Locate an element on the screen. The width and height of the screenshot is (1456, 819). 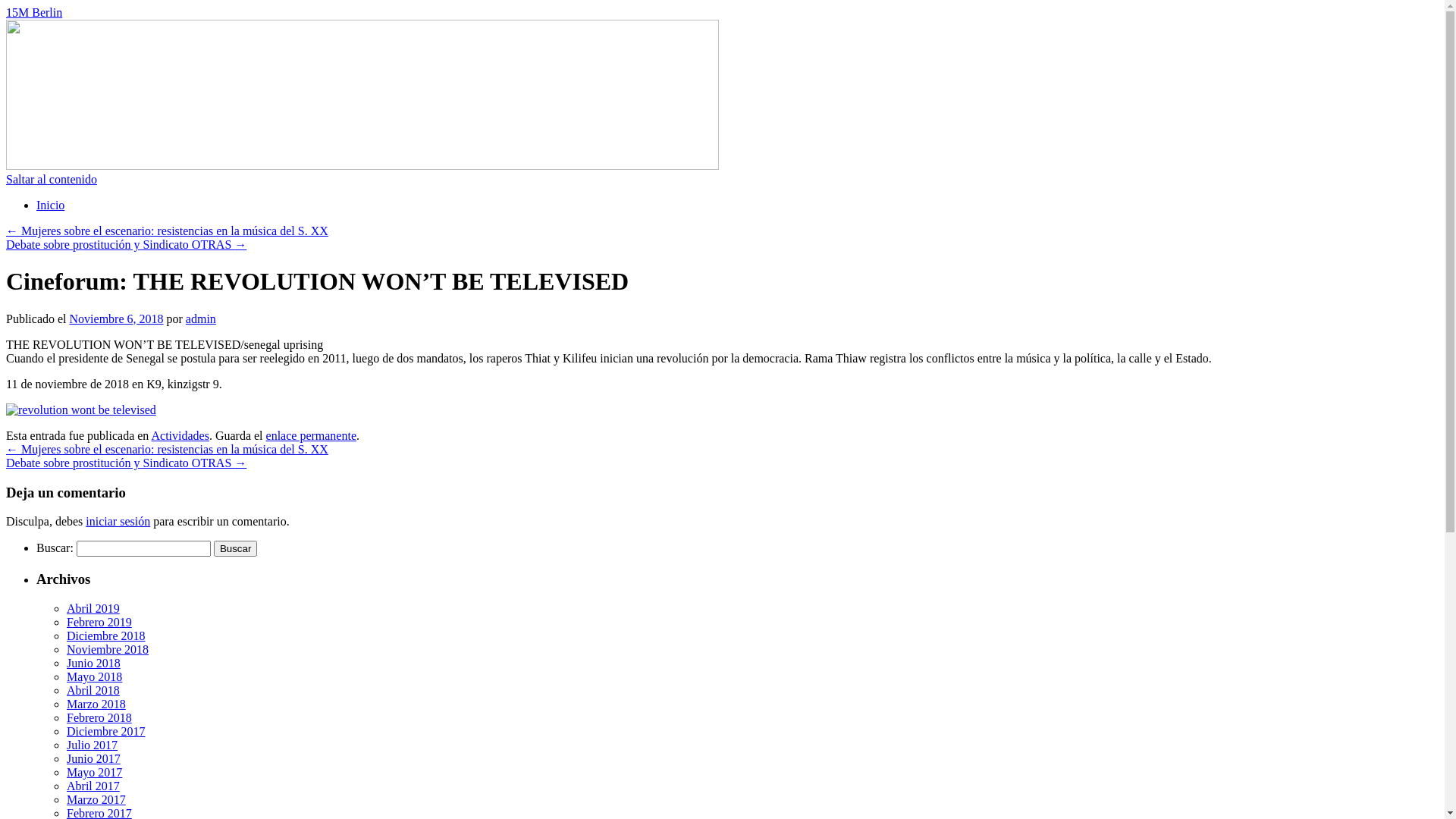
'admin' is located at coordinates (199, 318).